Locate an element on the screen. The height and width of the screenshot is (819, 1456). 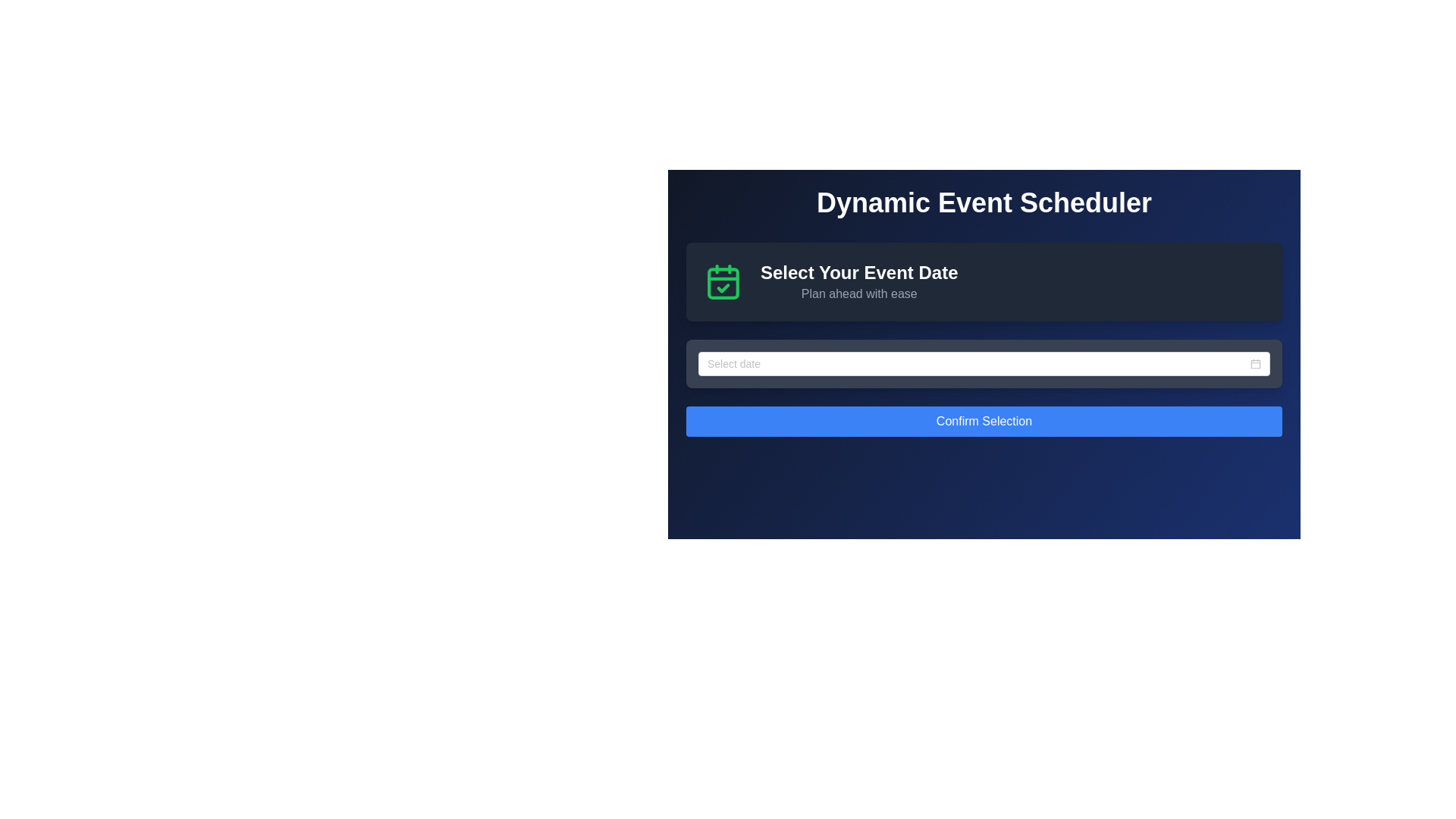
the icon button located at the rightmost side of the date selection input field is located at coordinates (1256, 363).